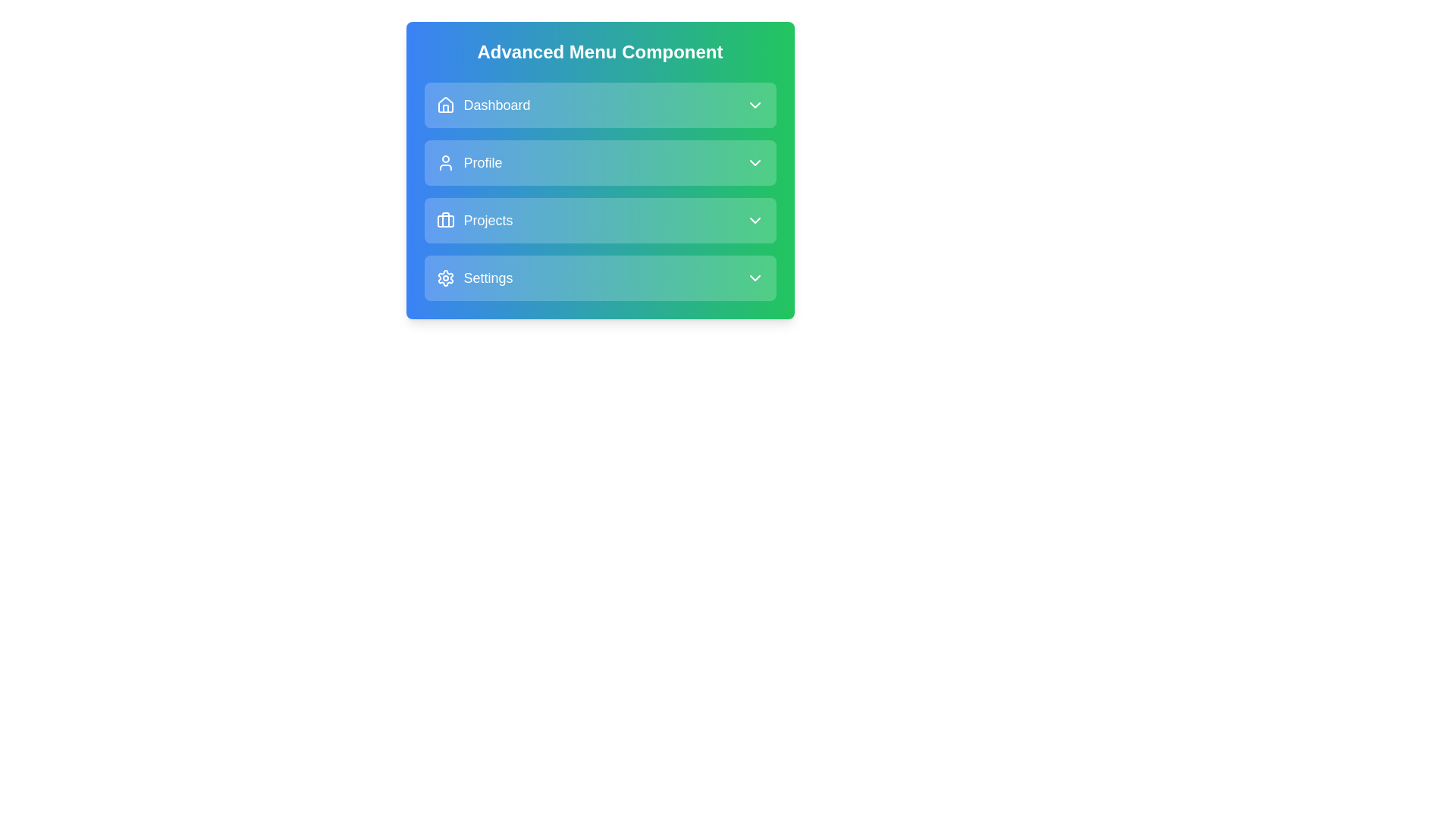 The width and height of the screenshot is (1456, 819). I want to click on the 'Projects' text label next to the briefcase icon, so click(474, 220).